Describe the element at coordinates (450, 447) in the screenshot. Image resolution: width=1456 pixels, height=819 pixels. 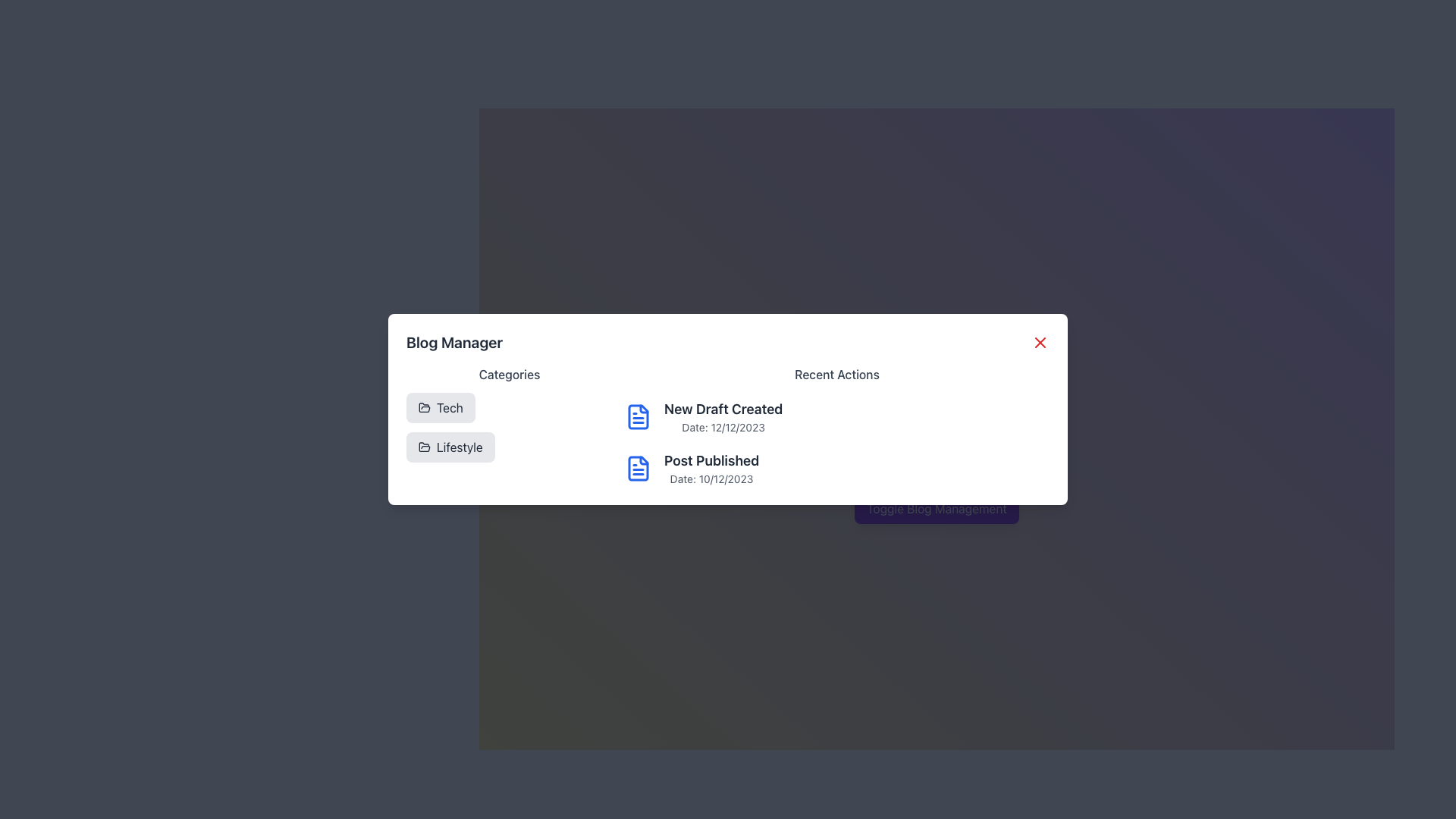
I see `the 'Lifestyle' category button located in the 'Categories' section of the 'Blog Manager' modal` at that location.